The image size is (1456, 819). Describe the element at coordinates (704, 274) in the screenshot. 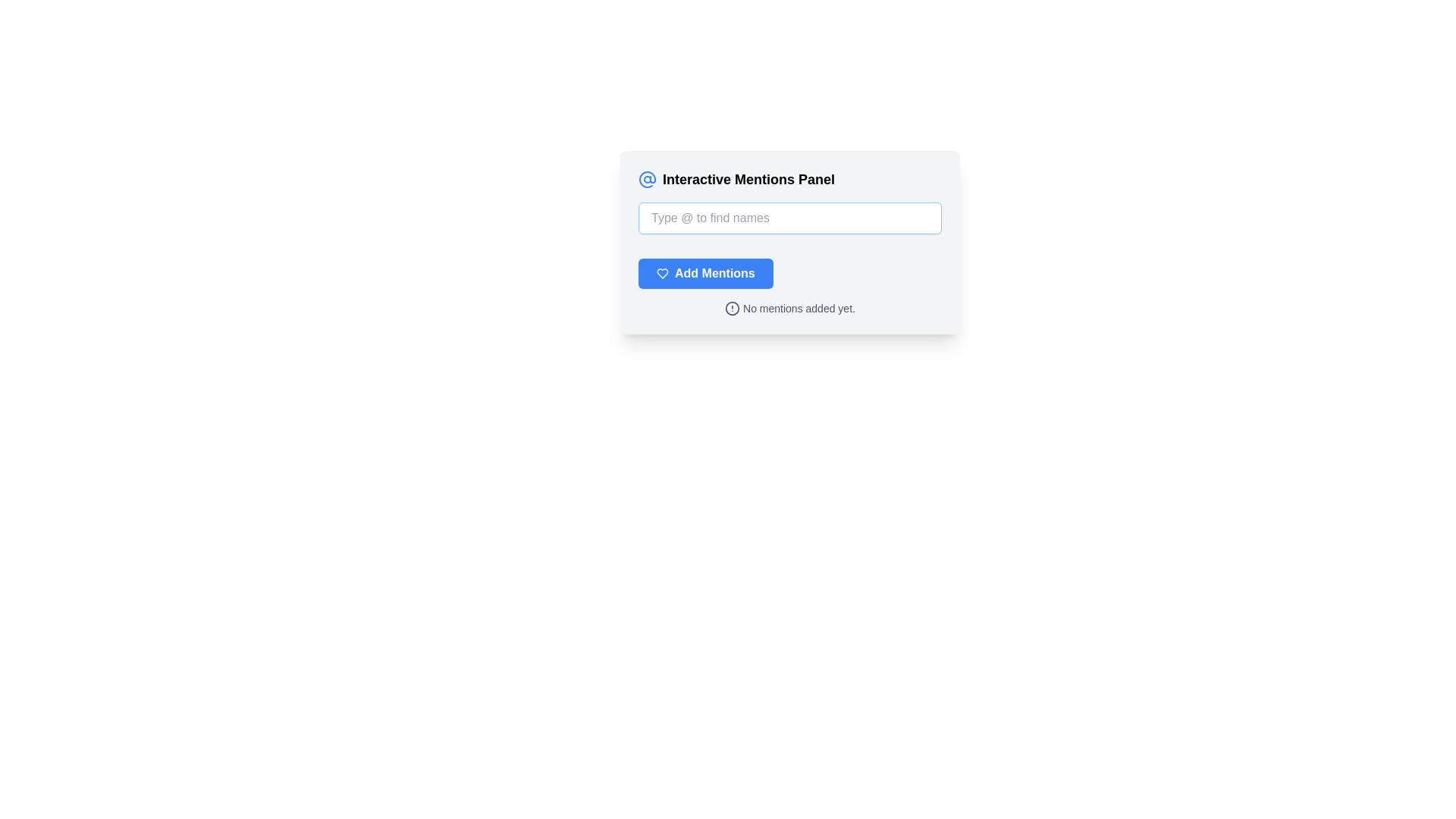

I see `the rectangular blue button labeled 'Add Mentions' with a heart outline icon` at that location.